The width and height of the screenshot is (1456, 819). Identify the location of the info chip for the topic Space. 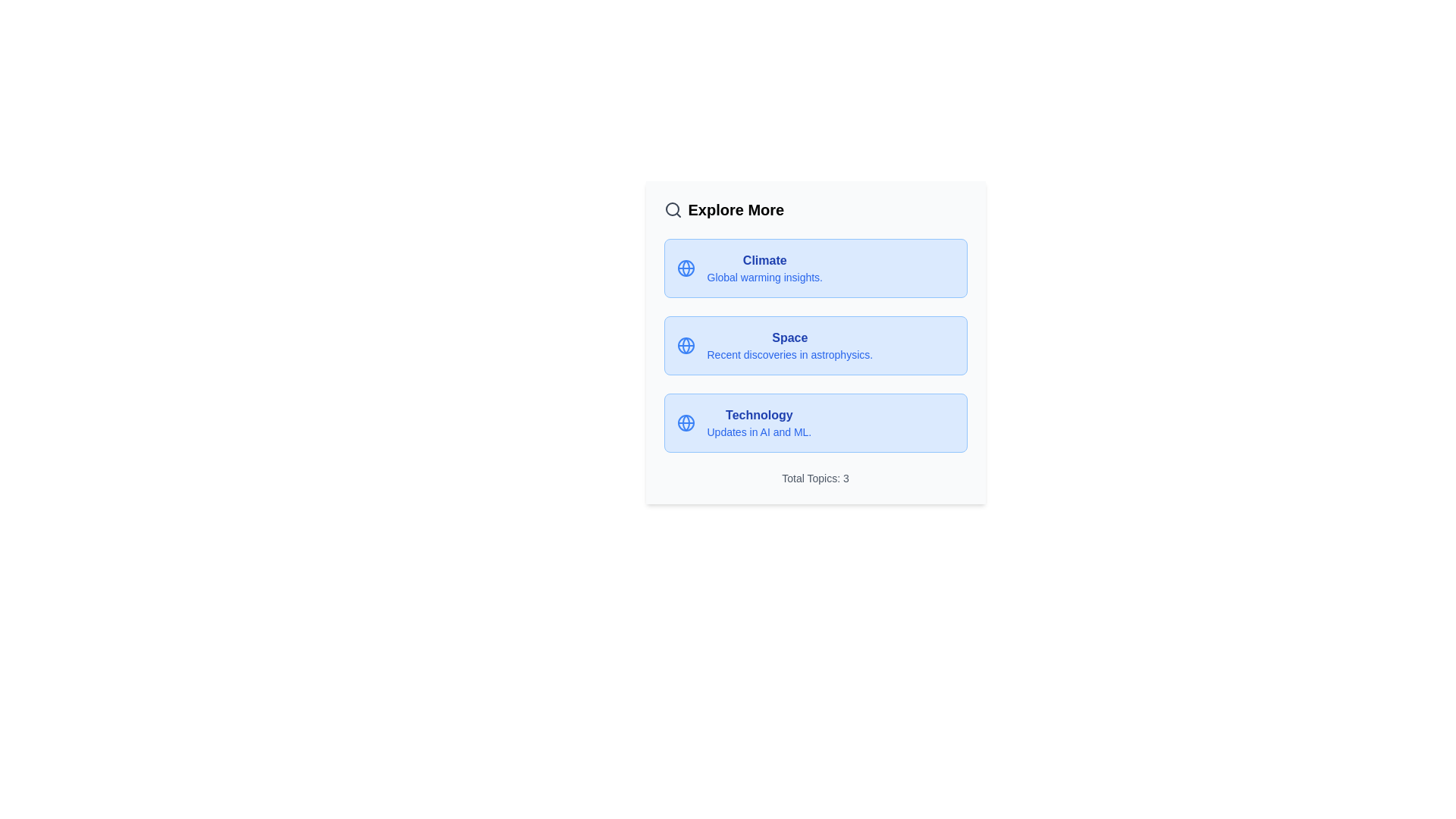
(814, 345).